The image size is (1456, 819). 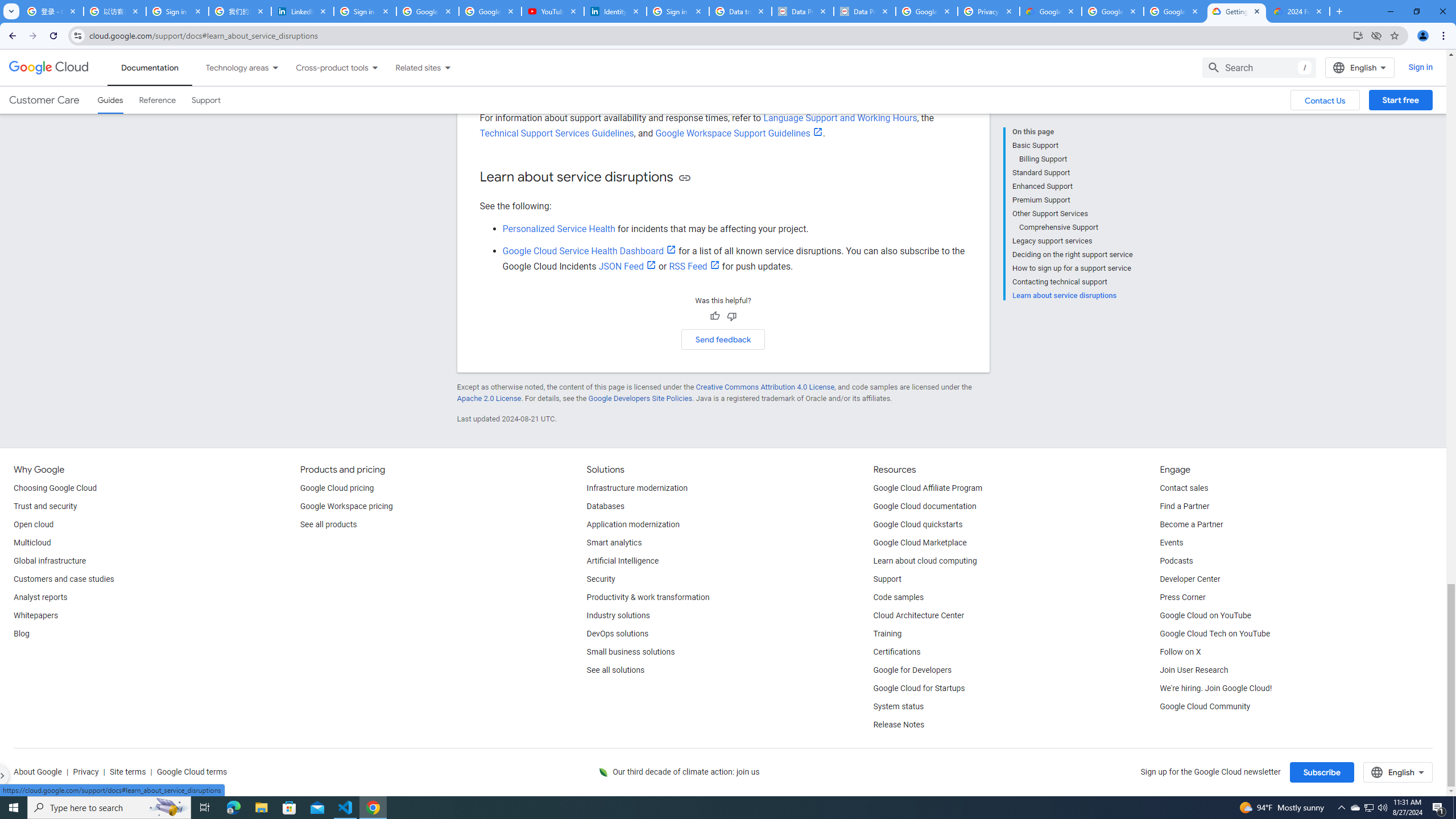 I want to click on 'Guides, selected', so click(x=109, y=100).